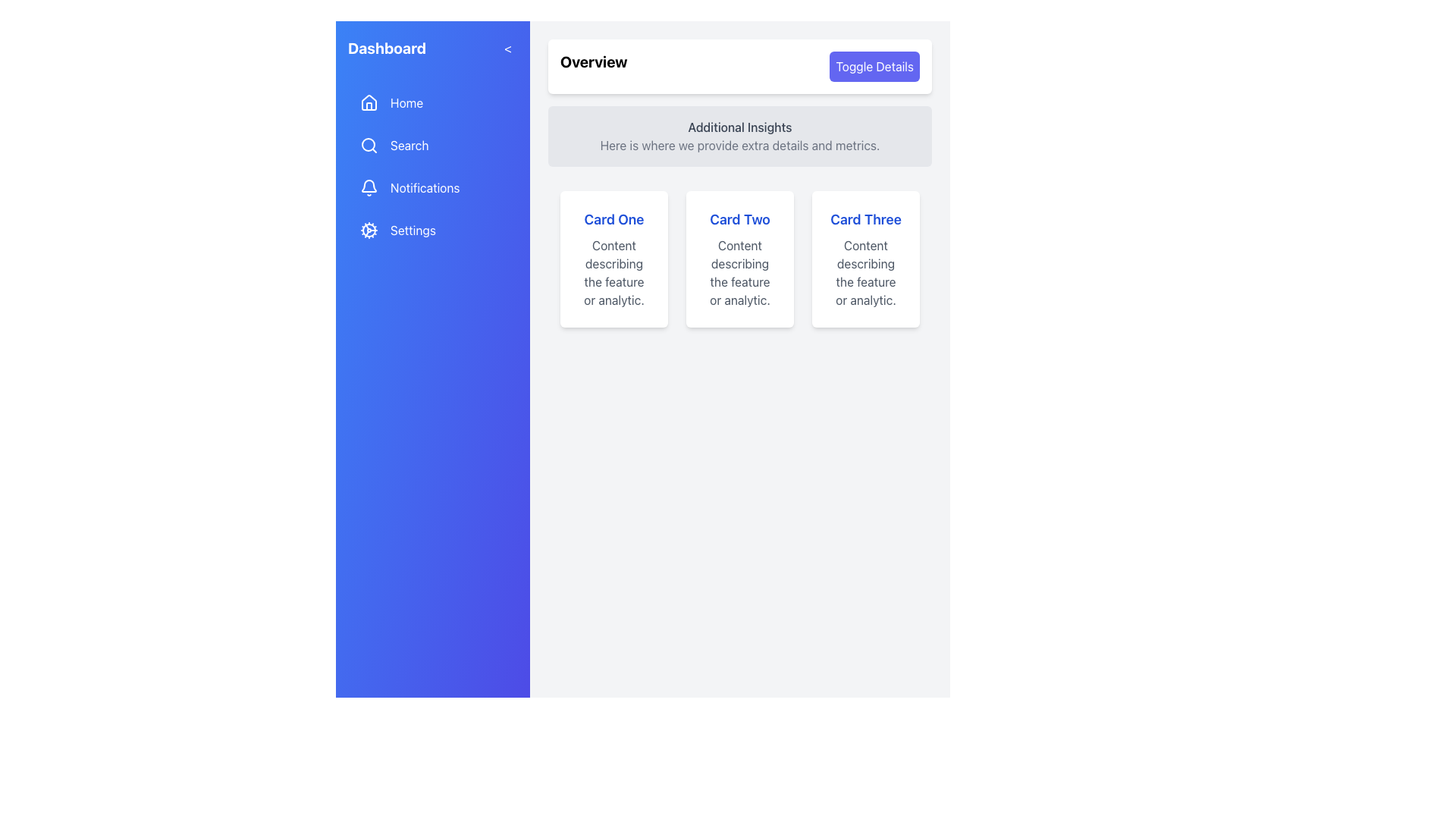  Describe the element at coordinates (413, 231) in the screenshot. I see `the 'Settings' text label in the sidebar menu` at that location.